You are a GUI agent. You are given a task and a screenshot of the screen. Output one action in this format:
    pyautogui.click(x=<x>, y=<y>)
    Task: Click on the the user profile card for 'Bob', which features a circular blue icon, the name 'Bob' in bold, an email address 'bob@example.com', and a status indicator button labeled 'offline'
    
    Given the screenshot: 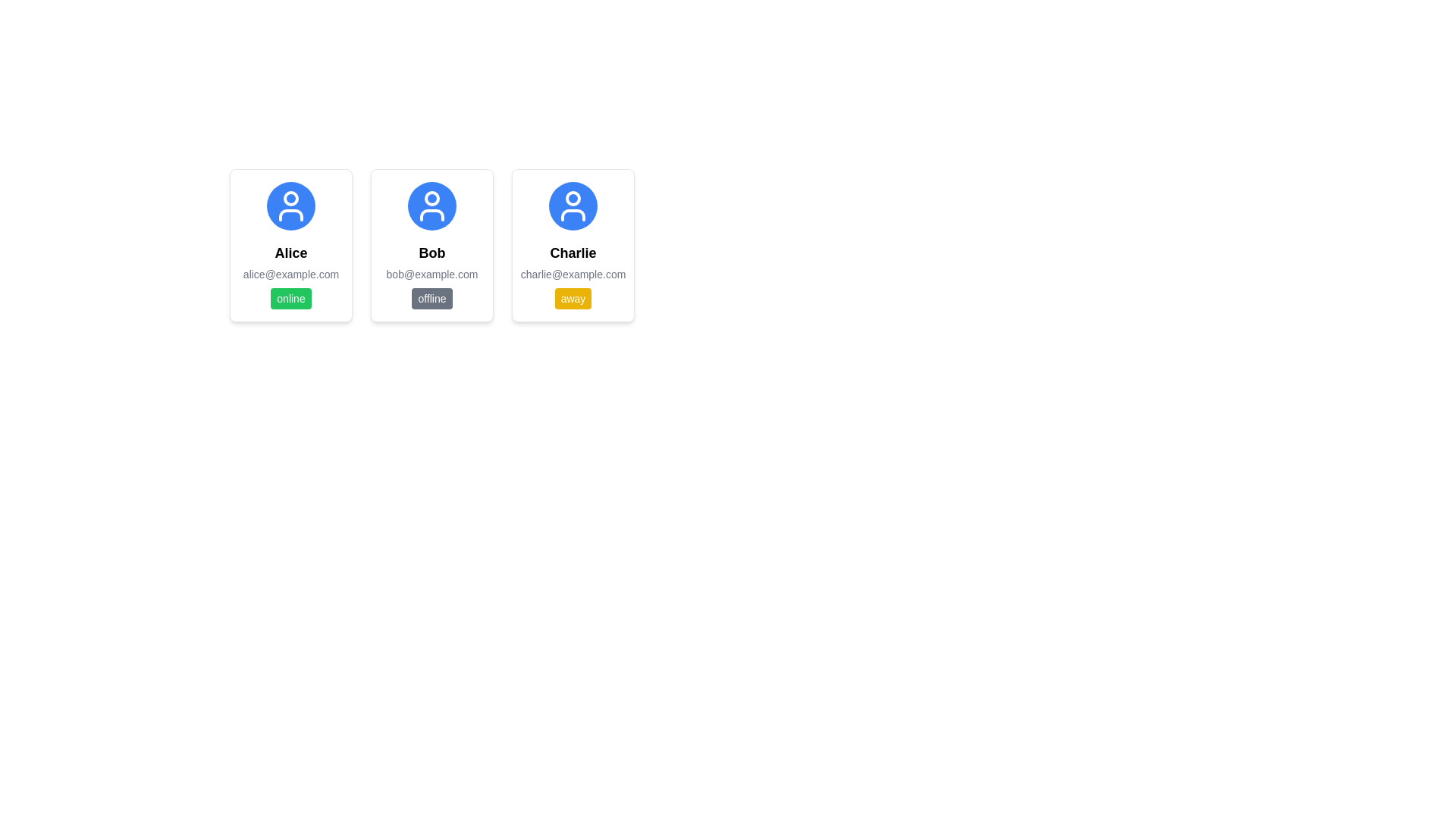 What is the action you would take?
    pyautogui.click(x=431, y=245)
    